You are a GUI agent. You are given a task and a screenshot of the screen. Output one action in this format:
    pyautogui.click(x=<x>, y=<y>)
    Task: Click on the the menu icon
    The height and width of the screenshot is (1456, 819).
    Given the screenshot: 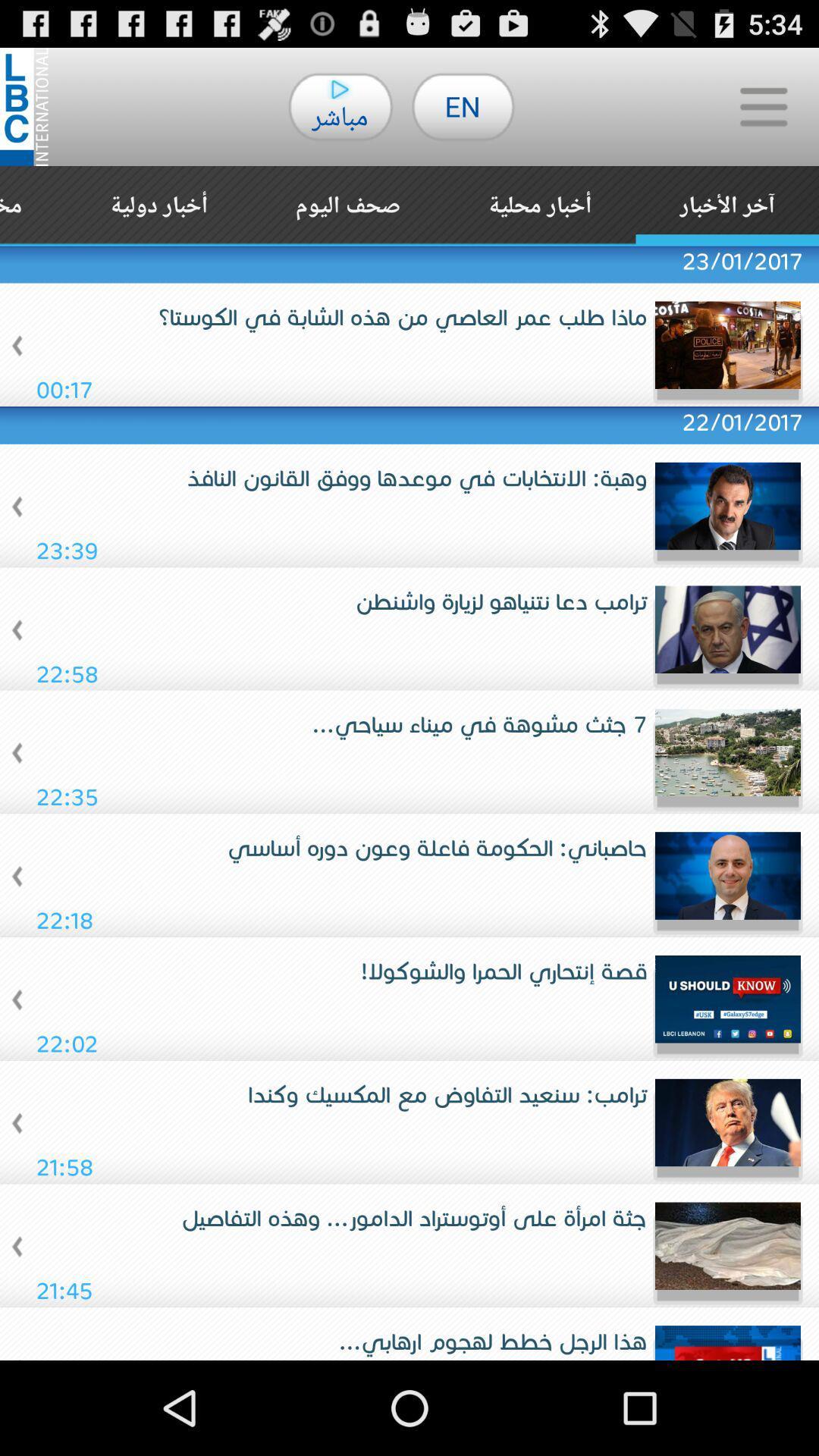 What is the action you would take?
    pyautogui.click(x=763, y=113)
    